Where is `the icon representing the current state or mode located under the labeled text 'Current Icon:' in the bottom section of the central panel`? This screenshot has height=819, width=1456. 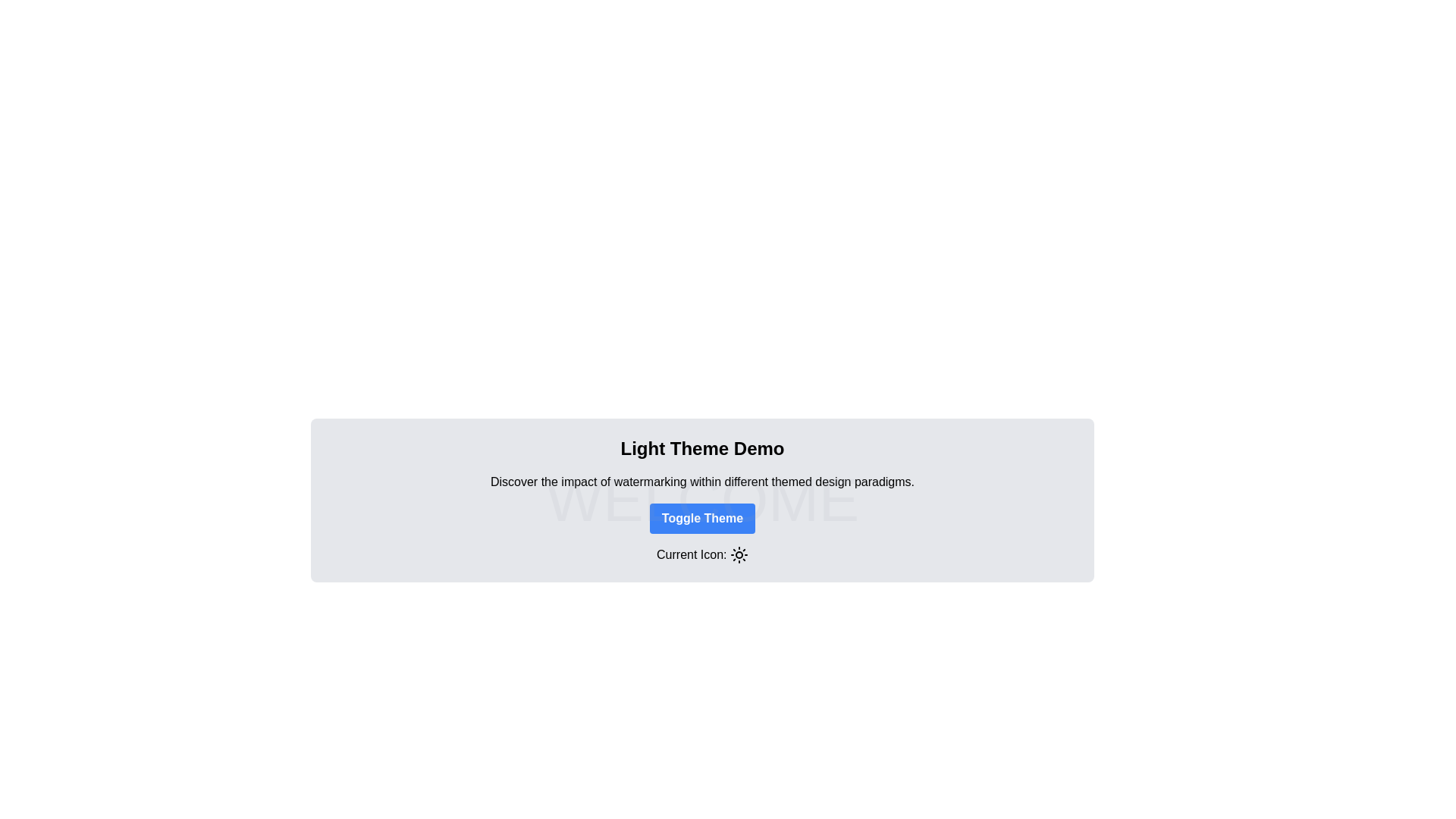 the icon representing the current state or mode located under the labeled text 'Current Icon:' in the bottom section of the central panel is located at coordinates (739, 555).